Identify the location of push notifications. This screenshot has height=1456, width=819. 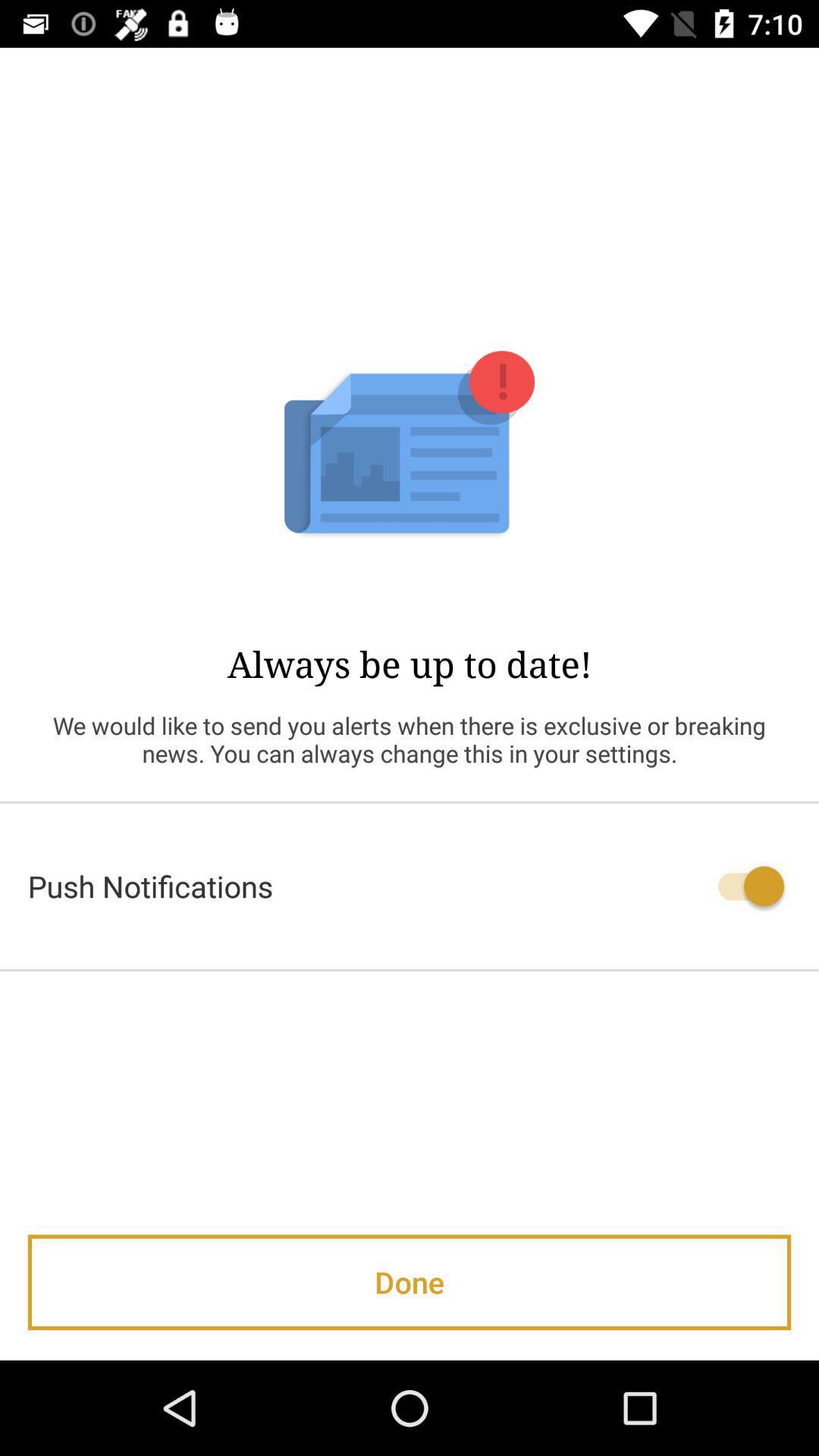
(409, 886).